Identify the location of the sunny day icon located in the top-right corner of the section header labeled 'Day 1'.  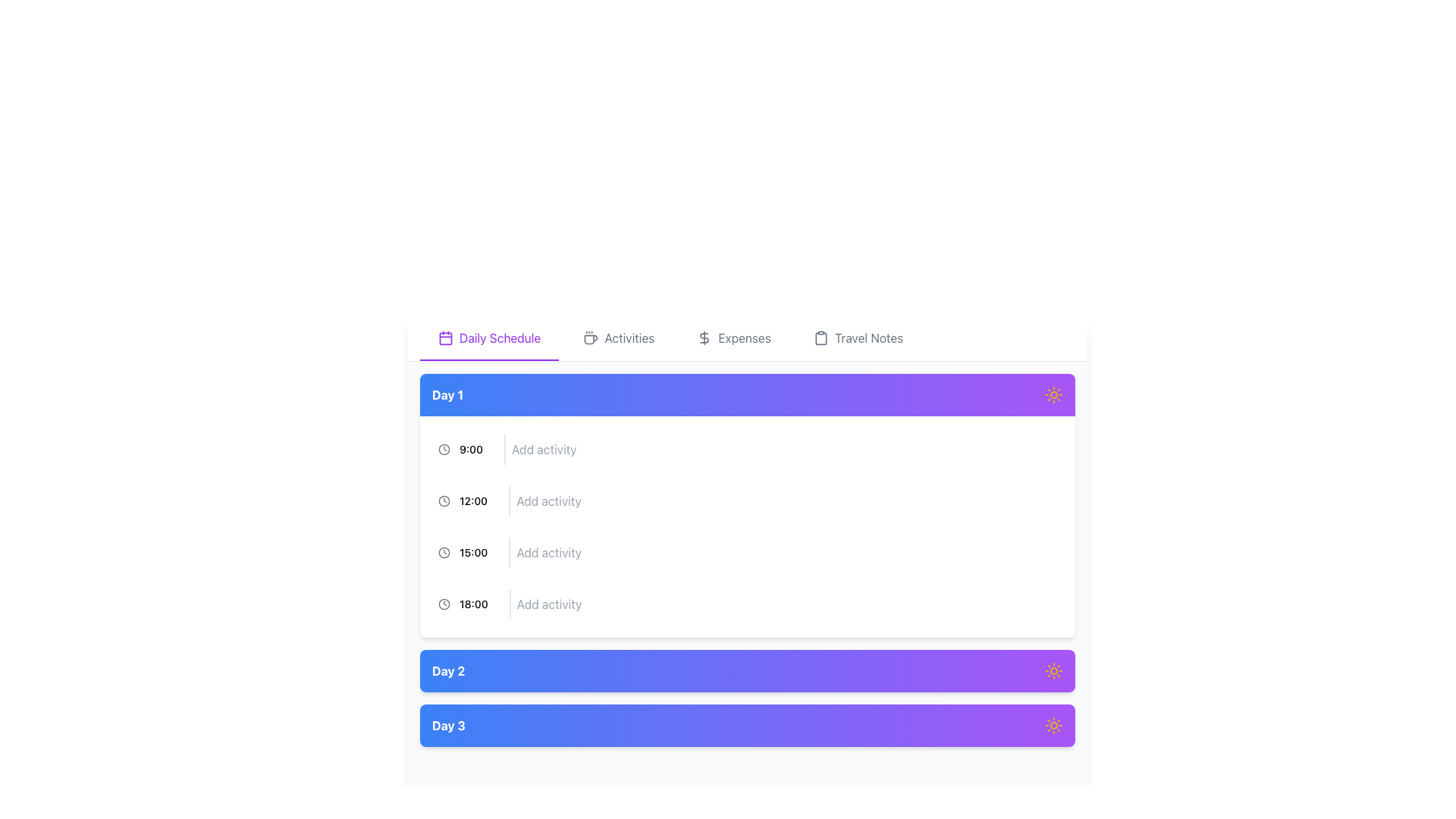
(1053, 394).